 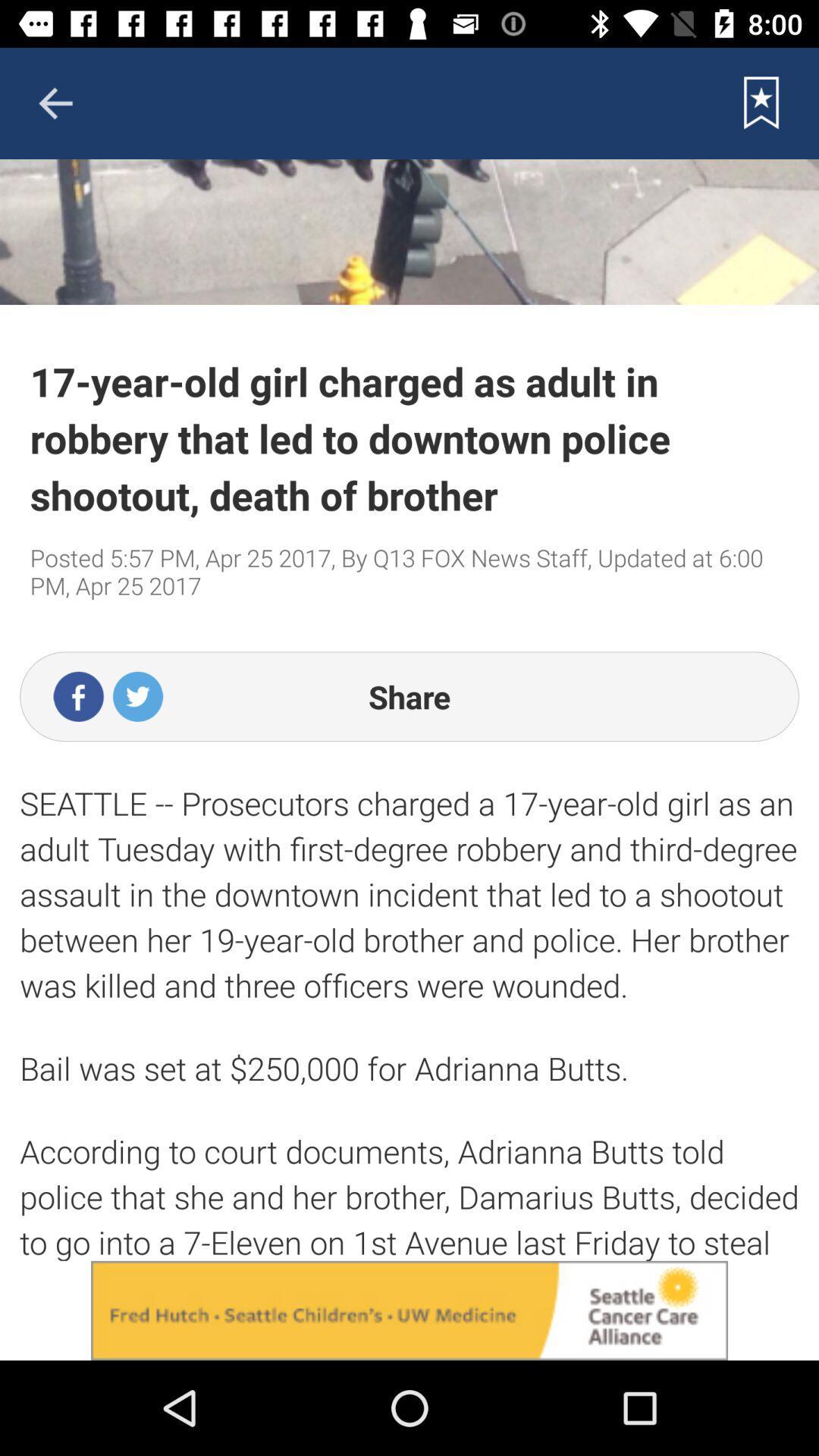 I want to click on for back, so click(x=55, y=102).